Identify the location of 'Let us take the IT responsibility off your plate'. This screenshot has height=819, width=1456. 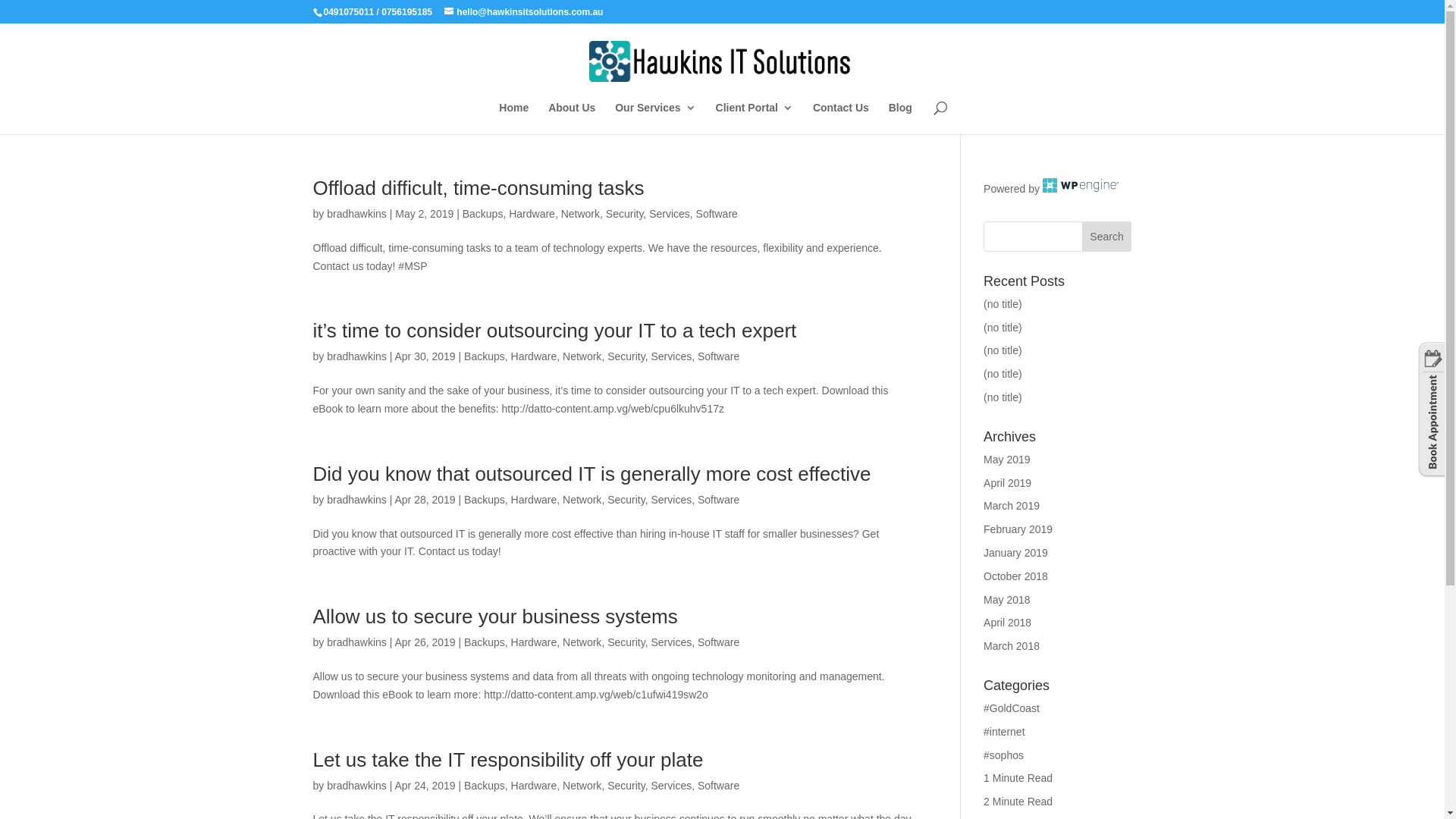
(507, 760).